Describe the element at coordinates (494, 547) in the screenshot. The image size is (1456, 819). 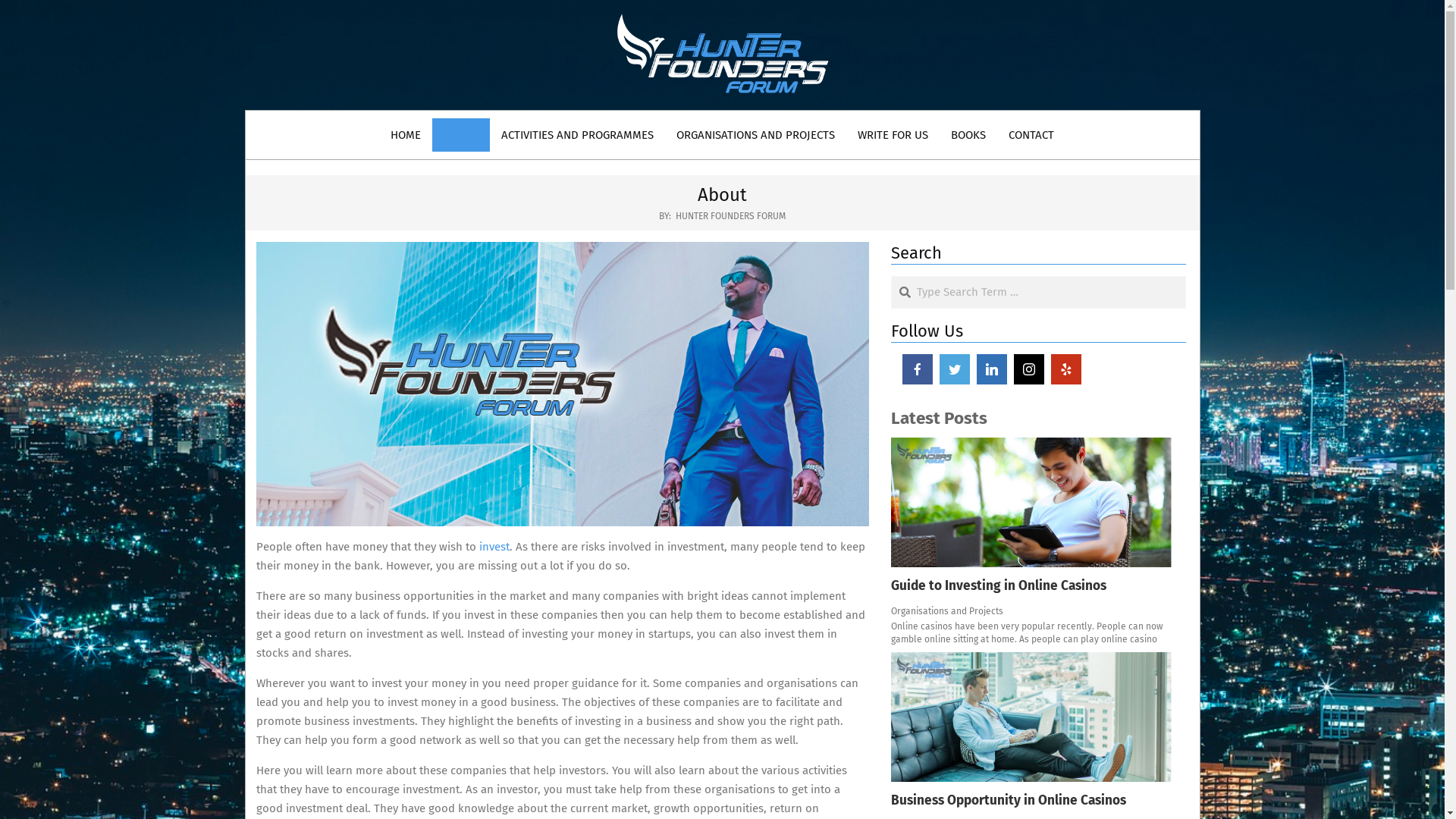
I see `'invest'` at that location.